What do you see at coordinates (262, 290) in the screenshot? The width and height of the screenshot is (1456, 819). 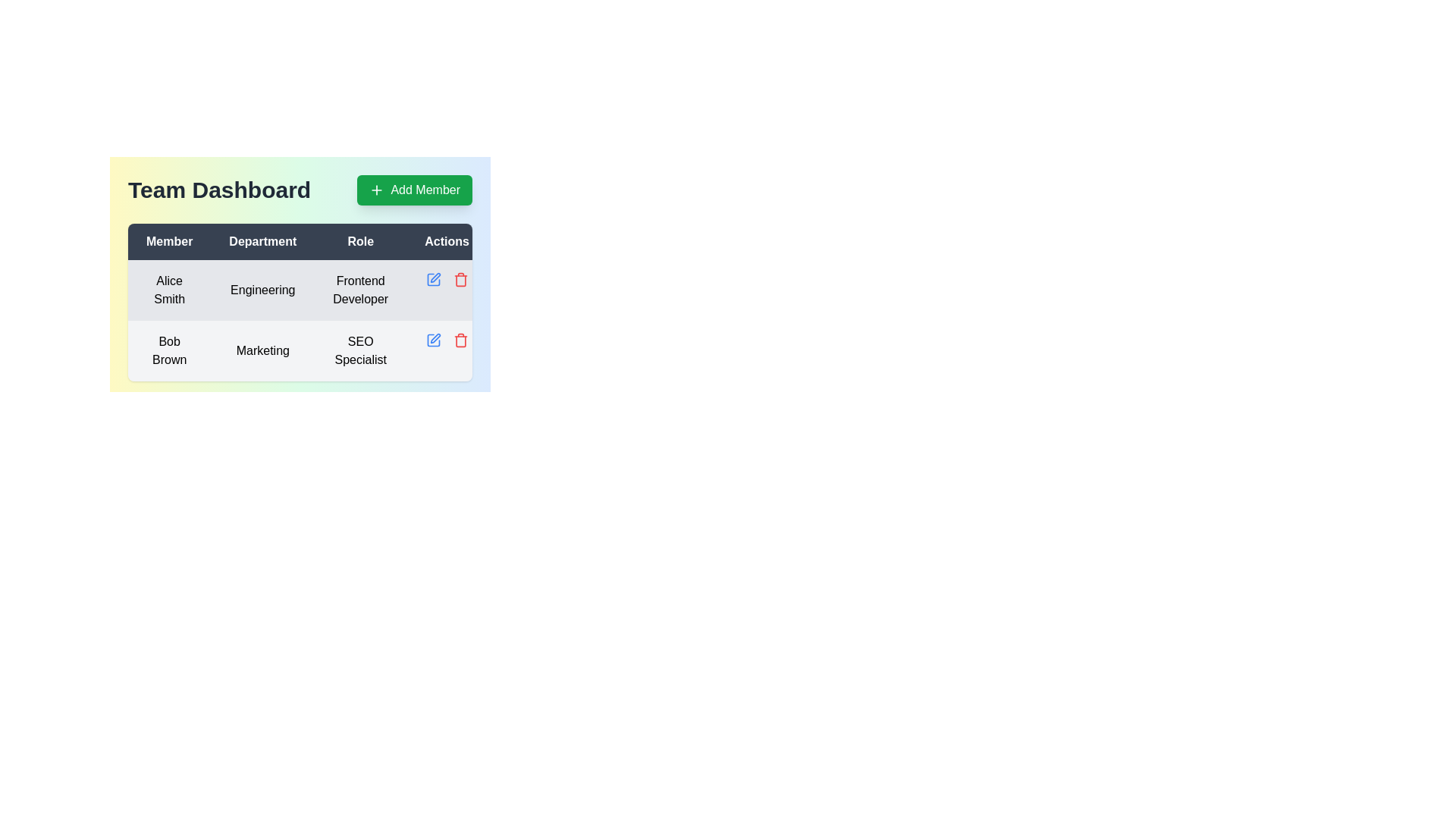 I see `the static text label displaying the 'Department' of Alice Smith, which is located in the second column of the first row in the table, positioned between 'Alice Smith' and 'Frontend Developer'` at bounding box center [262, 290].